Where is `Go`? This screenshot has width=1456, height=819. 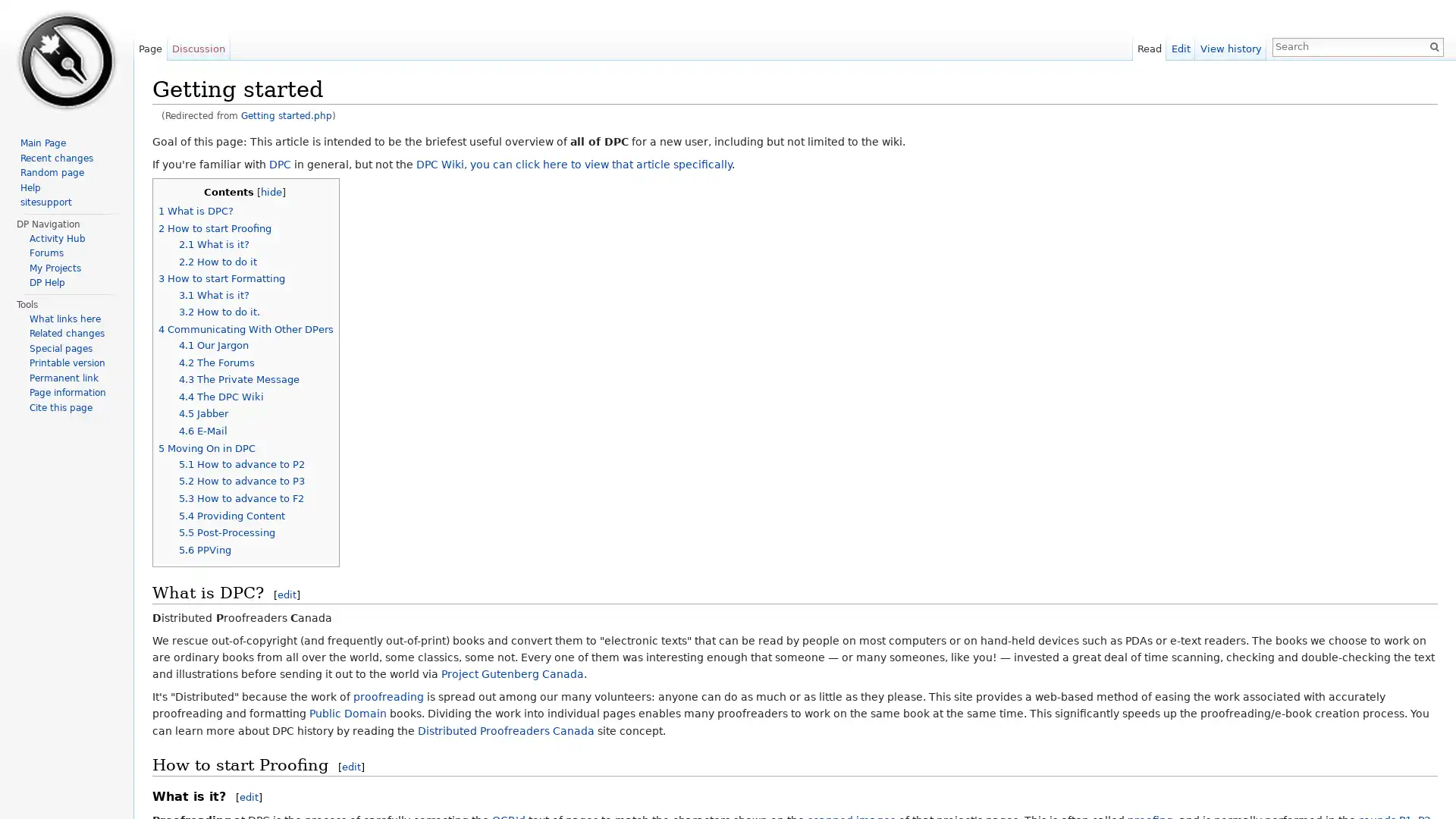
Go is located at coordinates (1433, 45).